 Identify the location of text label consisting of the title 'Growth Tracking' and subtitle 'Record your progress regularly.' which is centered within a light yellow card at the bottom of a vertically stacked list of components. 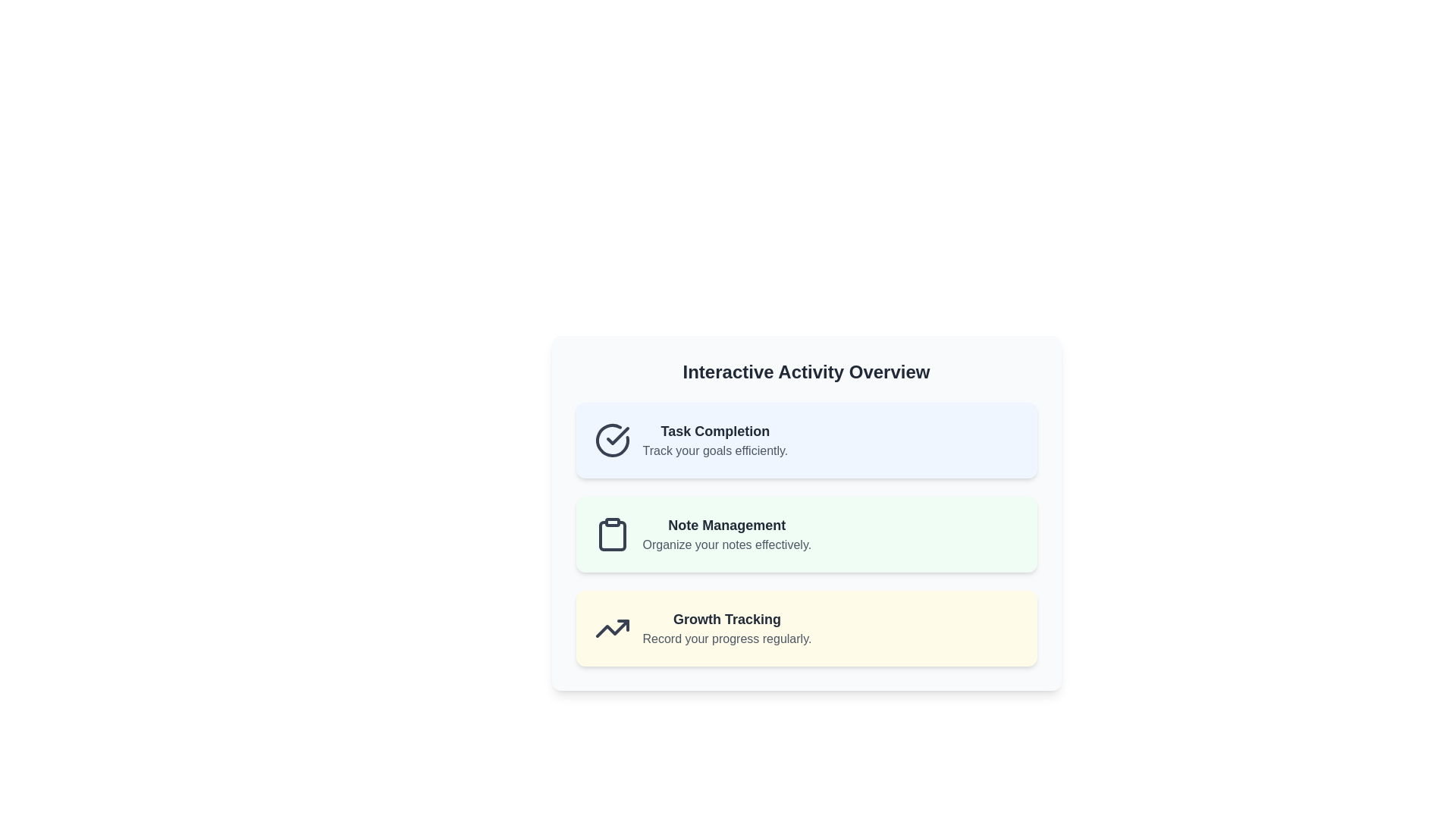
(726, 629).